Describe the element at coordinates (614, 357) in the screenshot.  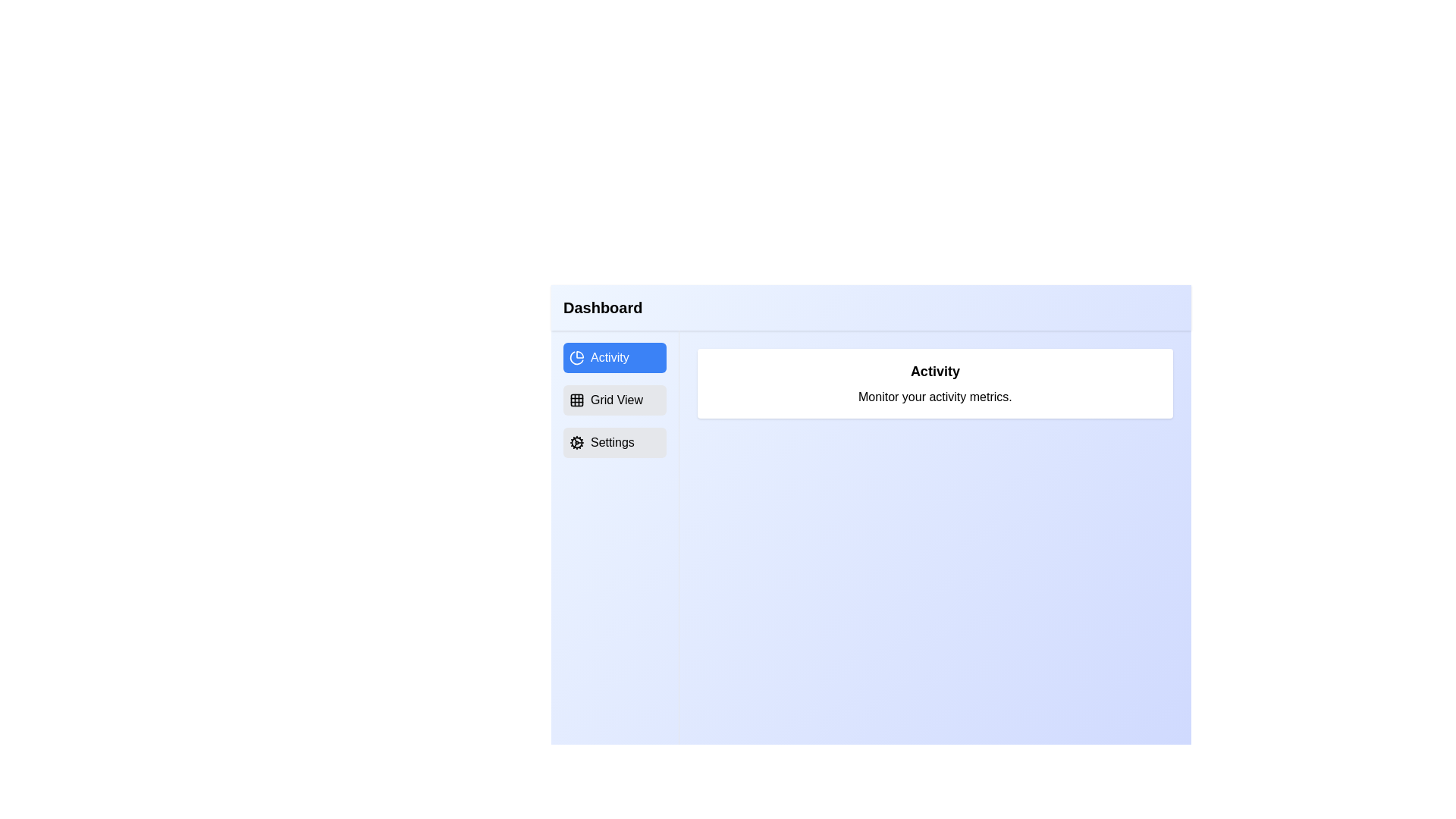
I see `the menu item Activity by clicking on it` at that location.